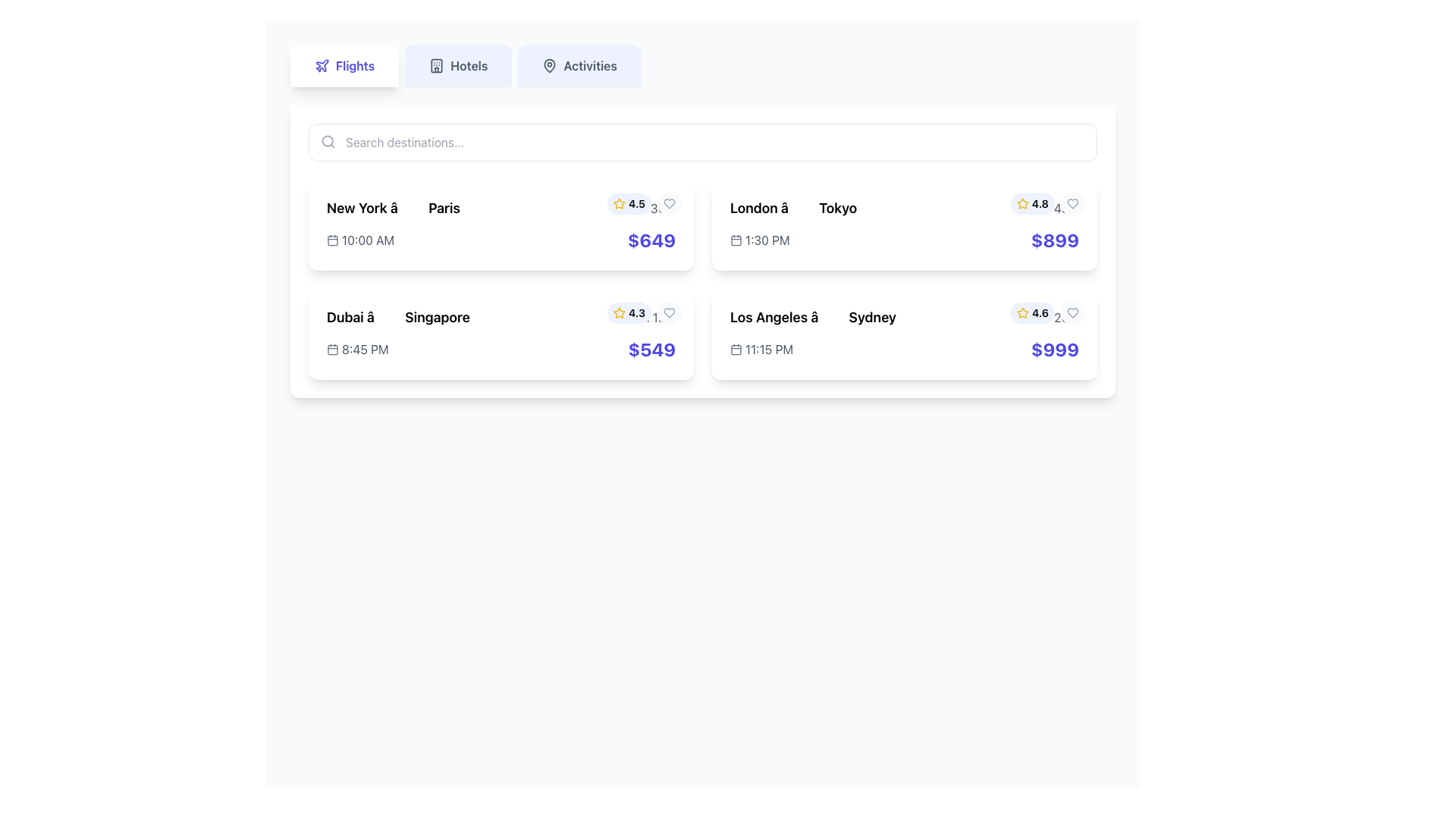 Image resolution: width=1456 pixels, height=819 pixels. What do you see at coordinates (1072, 312) in the screenshot?
I see `the 'like' button located in the upper-right corner of the flight information card for the flight from Los Angeles to Sydney` at bounding box center [1072, 312].